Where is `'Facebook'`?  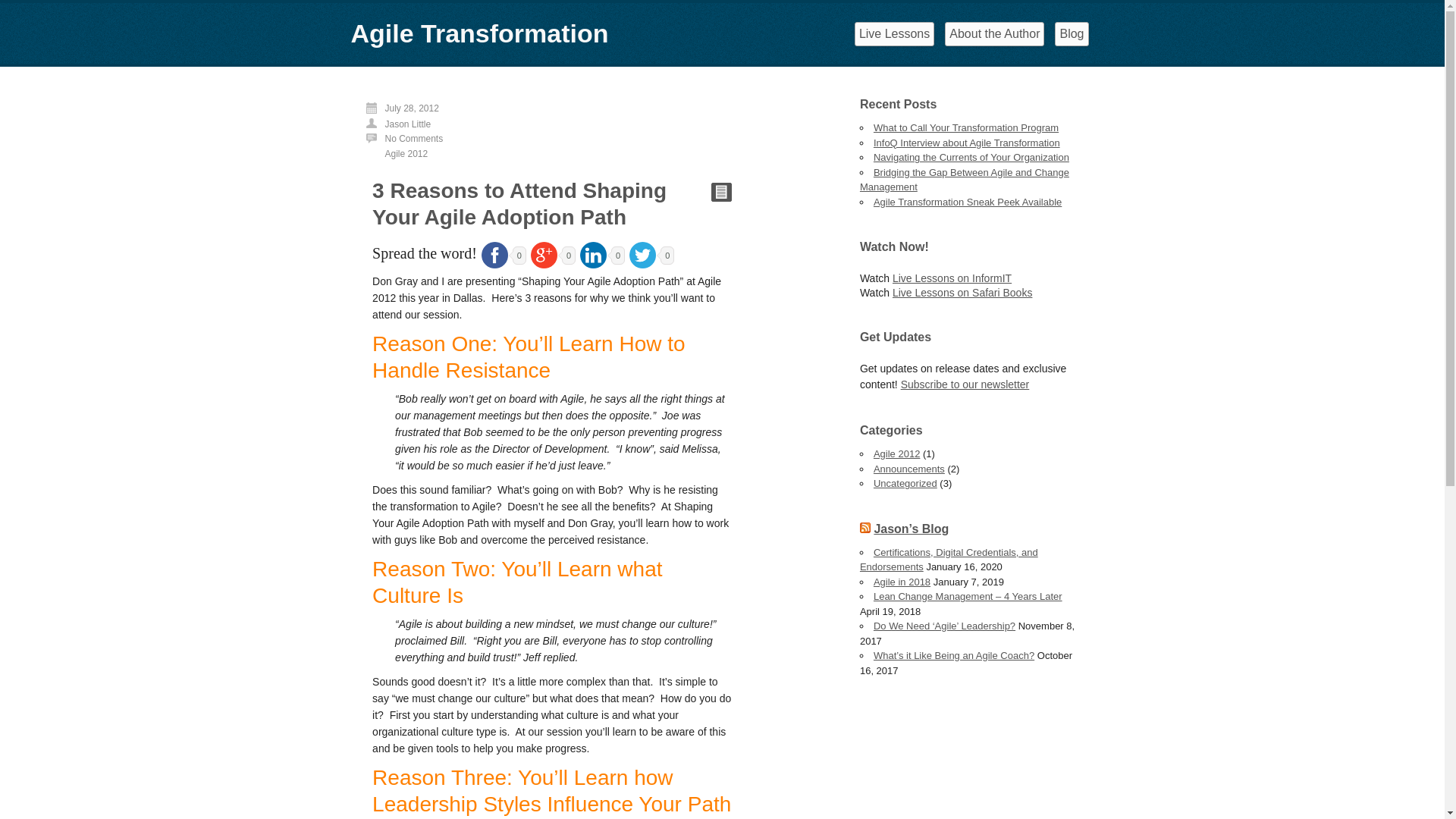 'Facebook' is located at coordinates (494, 254).